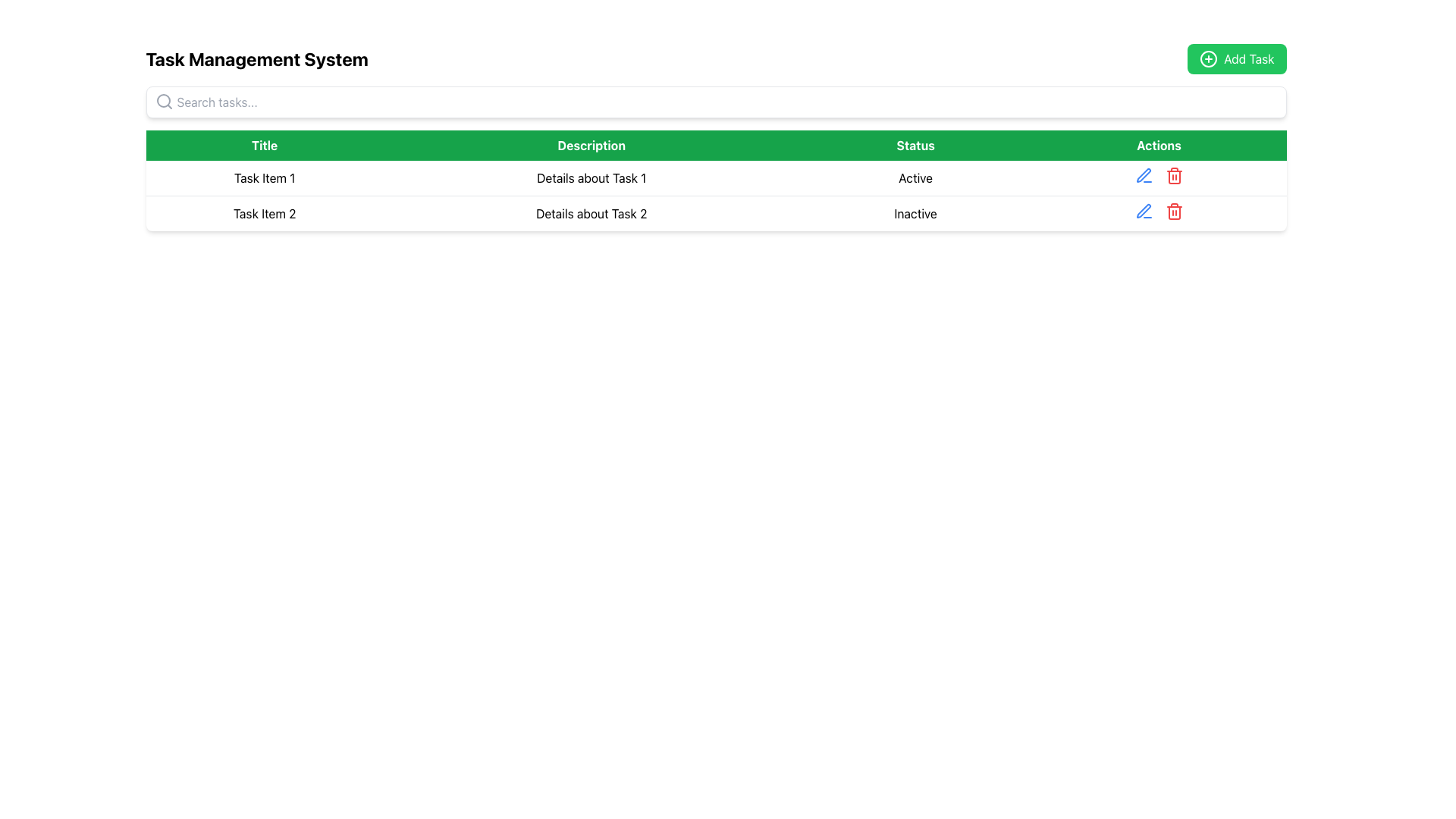  I want to click on the Table Header Cell labeled 'Status', which has a green background and white text, located in the header row of a table, so click(915, 146).